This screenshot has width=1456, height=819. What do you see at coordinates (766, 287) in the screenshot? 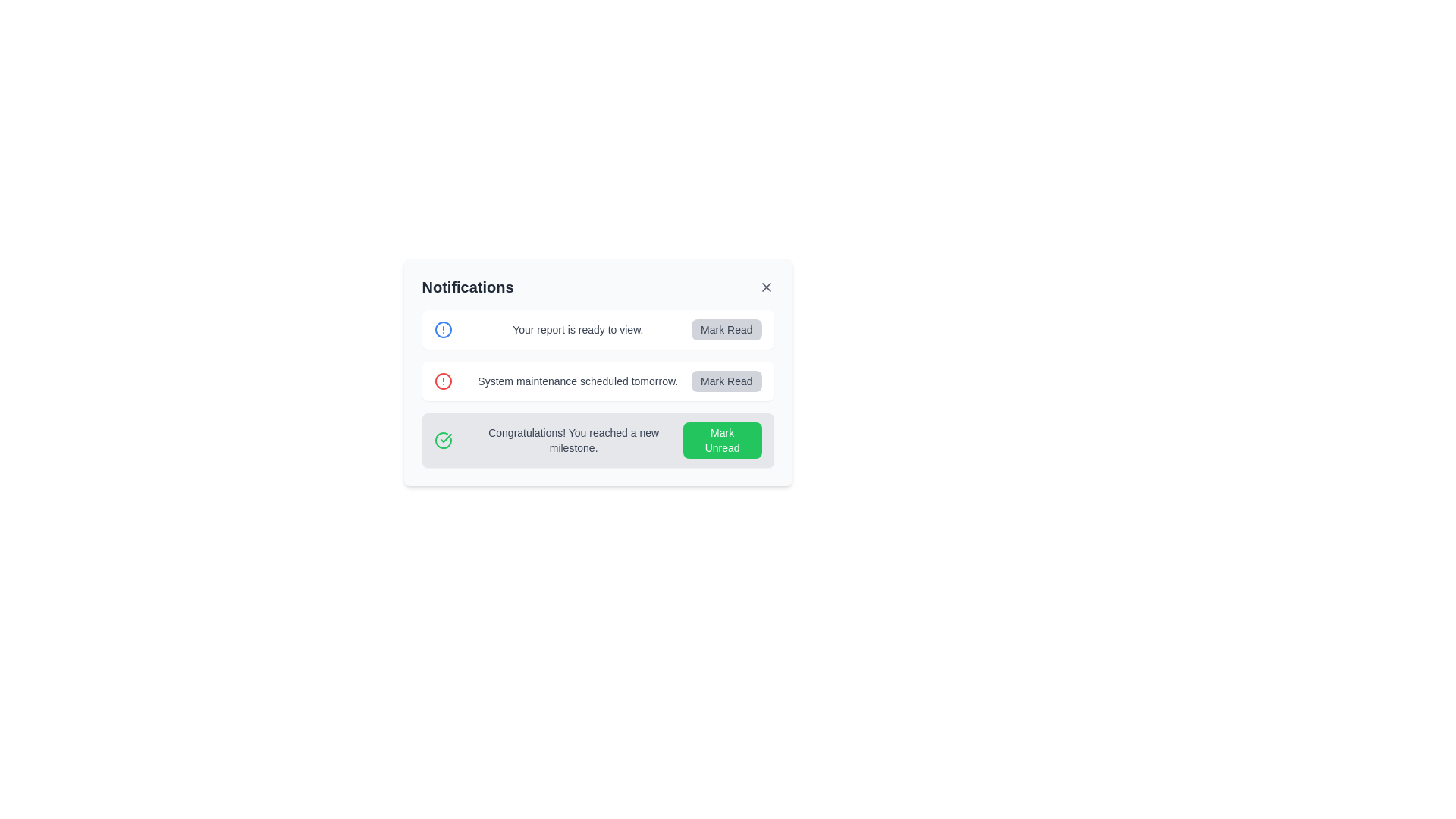
I see `the close button located in the top-right corner of the notification panel` at bounding box center [766, 287].